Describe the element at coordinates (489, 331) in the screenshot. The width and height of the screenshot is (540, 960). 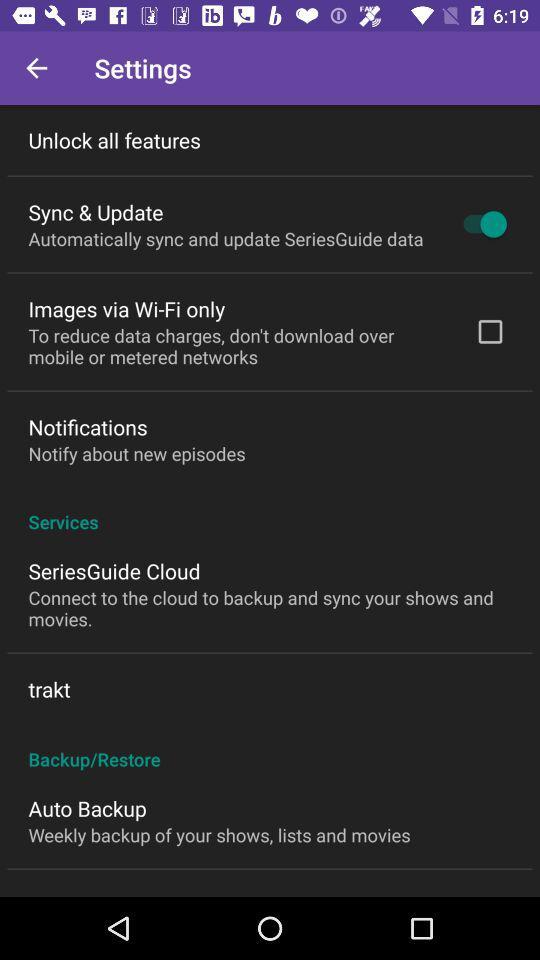
I see `item on the right` at that location.